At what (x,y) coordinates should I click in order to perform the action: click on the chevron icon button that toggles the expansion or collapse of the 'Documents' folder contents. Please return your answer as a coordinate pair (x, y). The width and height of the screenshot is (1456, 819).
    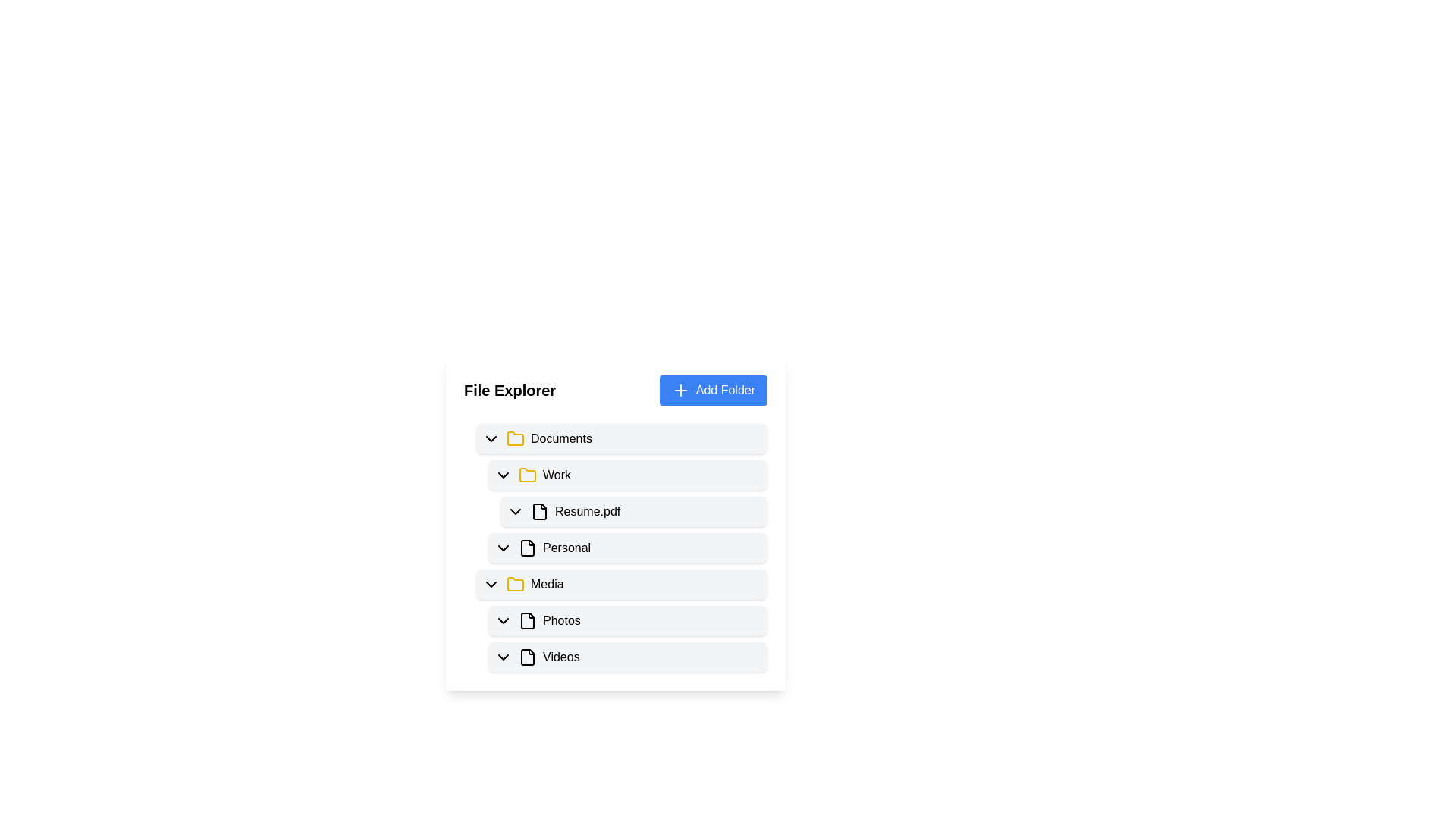
    Looking at the image, I should click on (491, 438).